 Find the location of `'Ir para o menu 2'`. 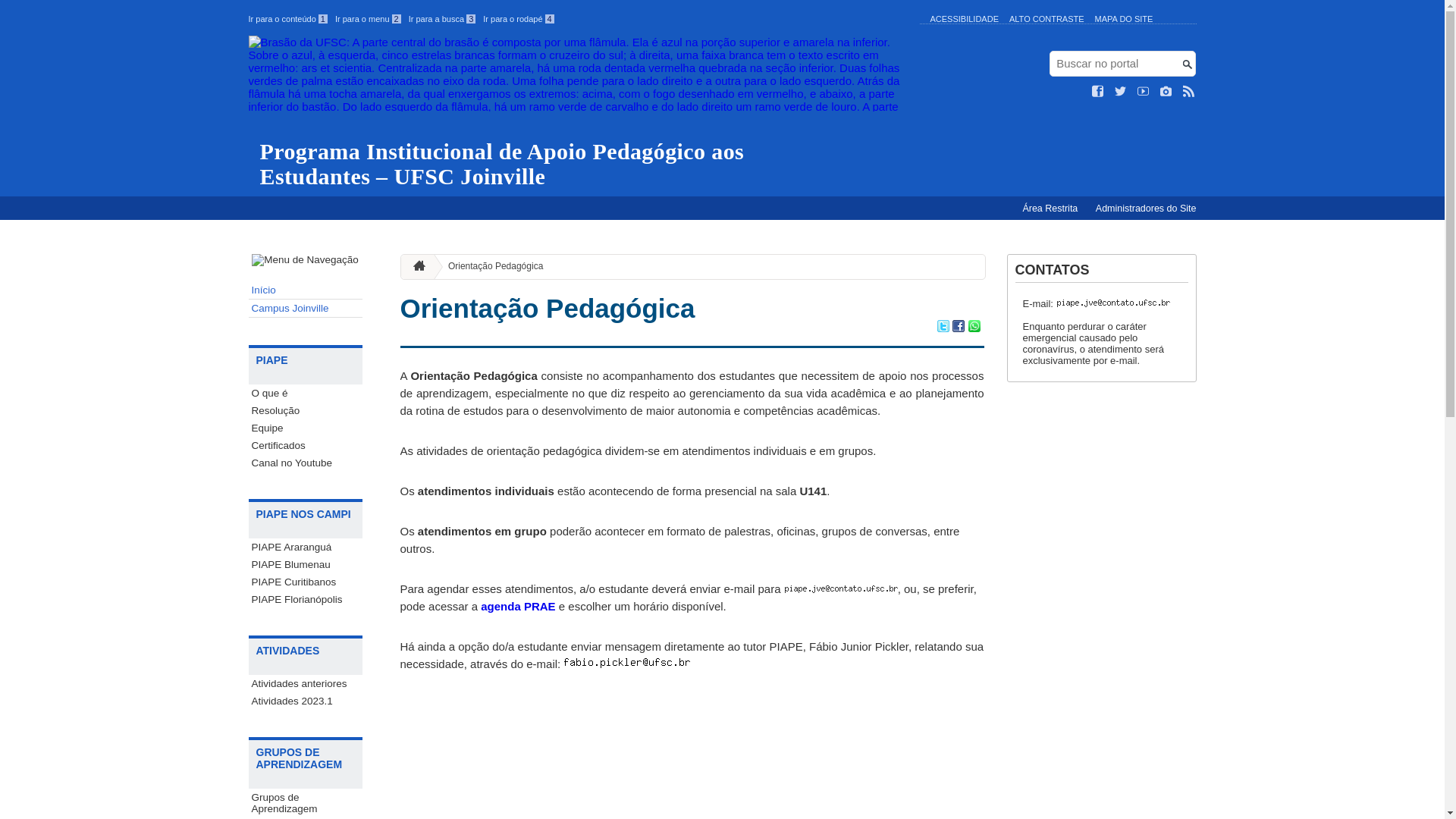

'Ir para o menu 2' is located at coordinates (368, 18).